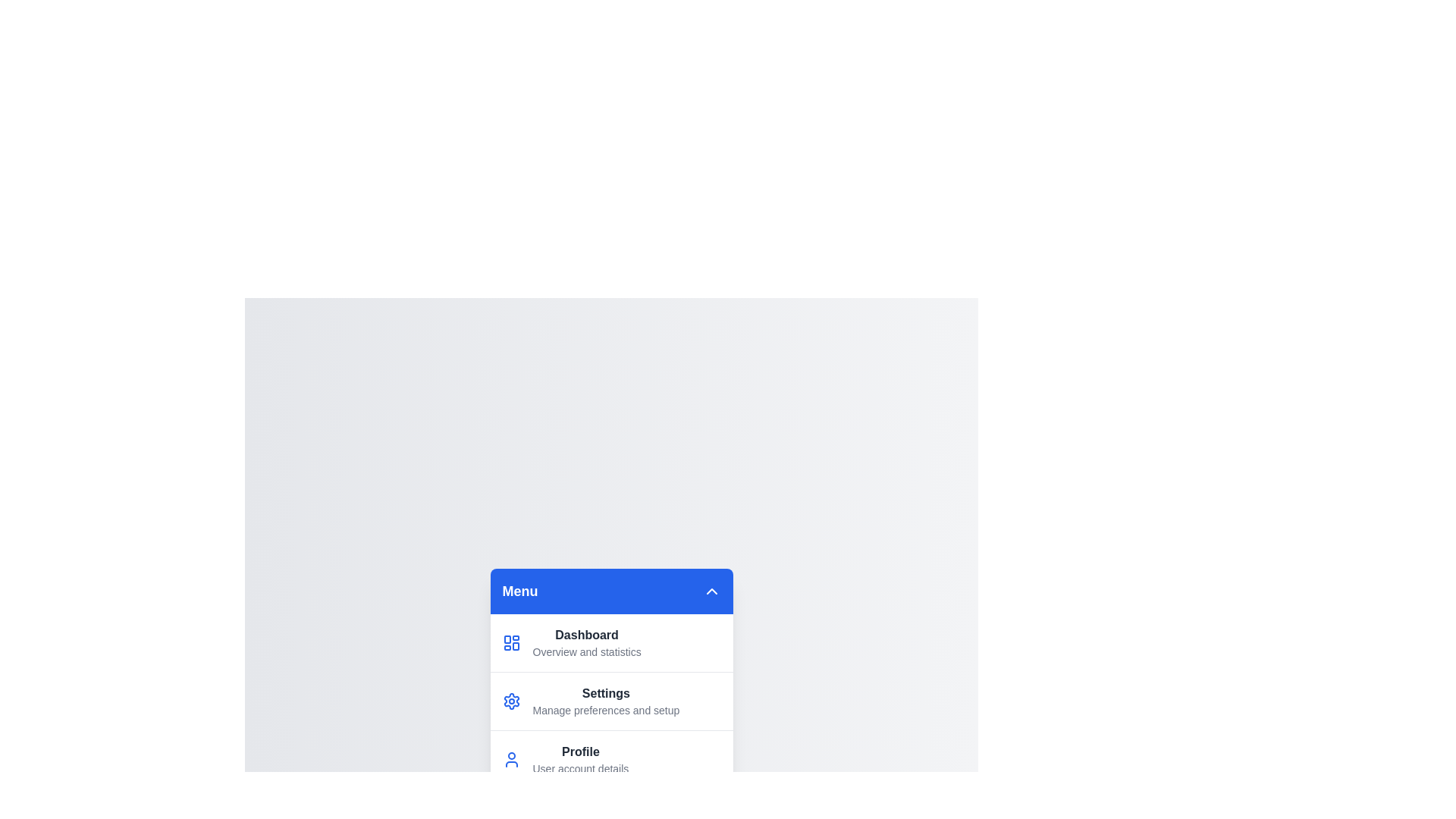 The height and width of the screenshot is (819, 1456). What do you see at coordinates (511, 759) in the screenshot?
I see `the icon corresponding to the menu item 'Profile'` at bounding box center [511, 759].